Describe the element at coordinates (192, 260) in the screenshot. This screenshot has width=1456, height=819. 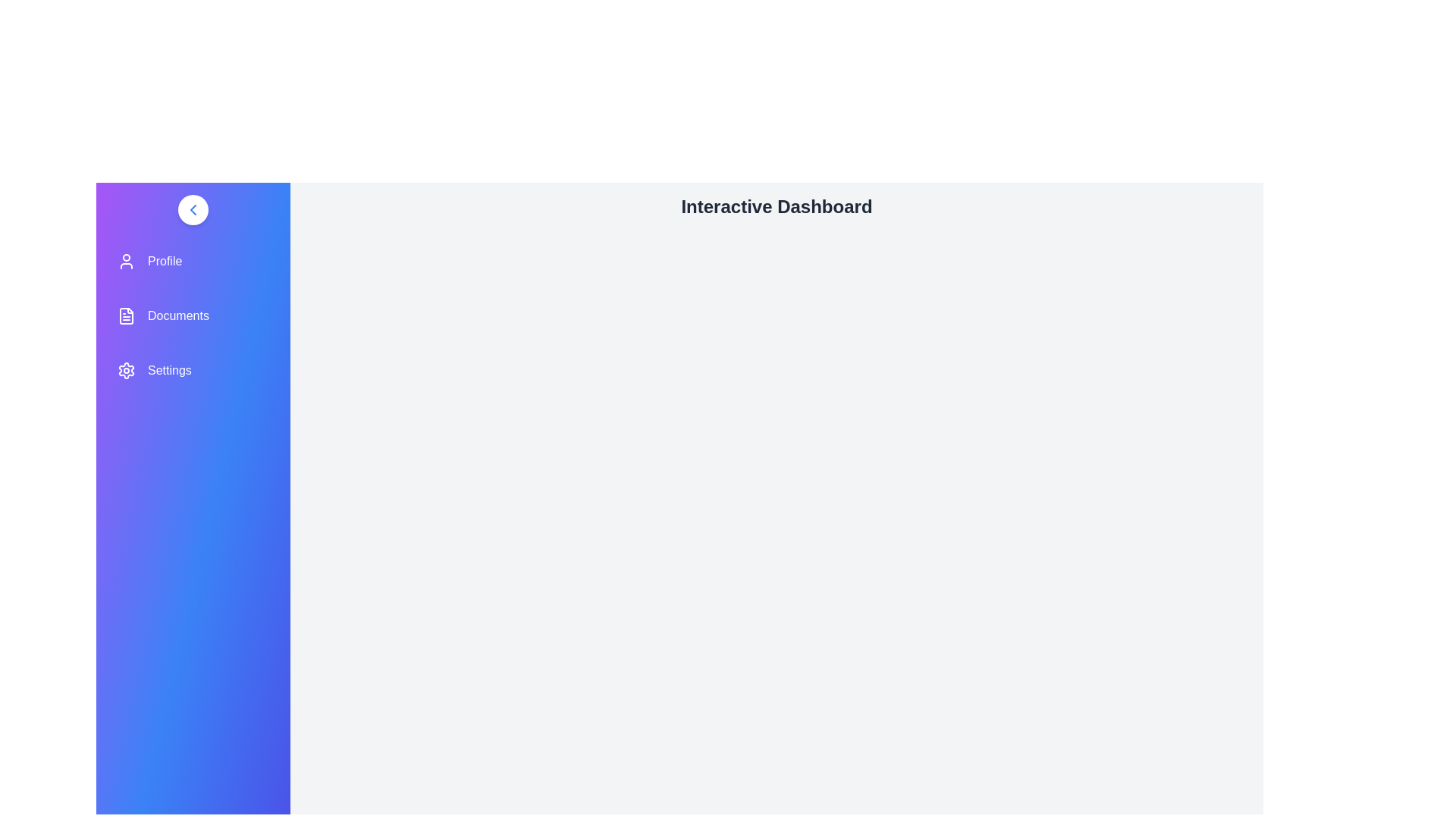
I see `the menu item Profile to navigate` at that location.